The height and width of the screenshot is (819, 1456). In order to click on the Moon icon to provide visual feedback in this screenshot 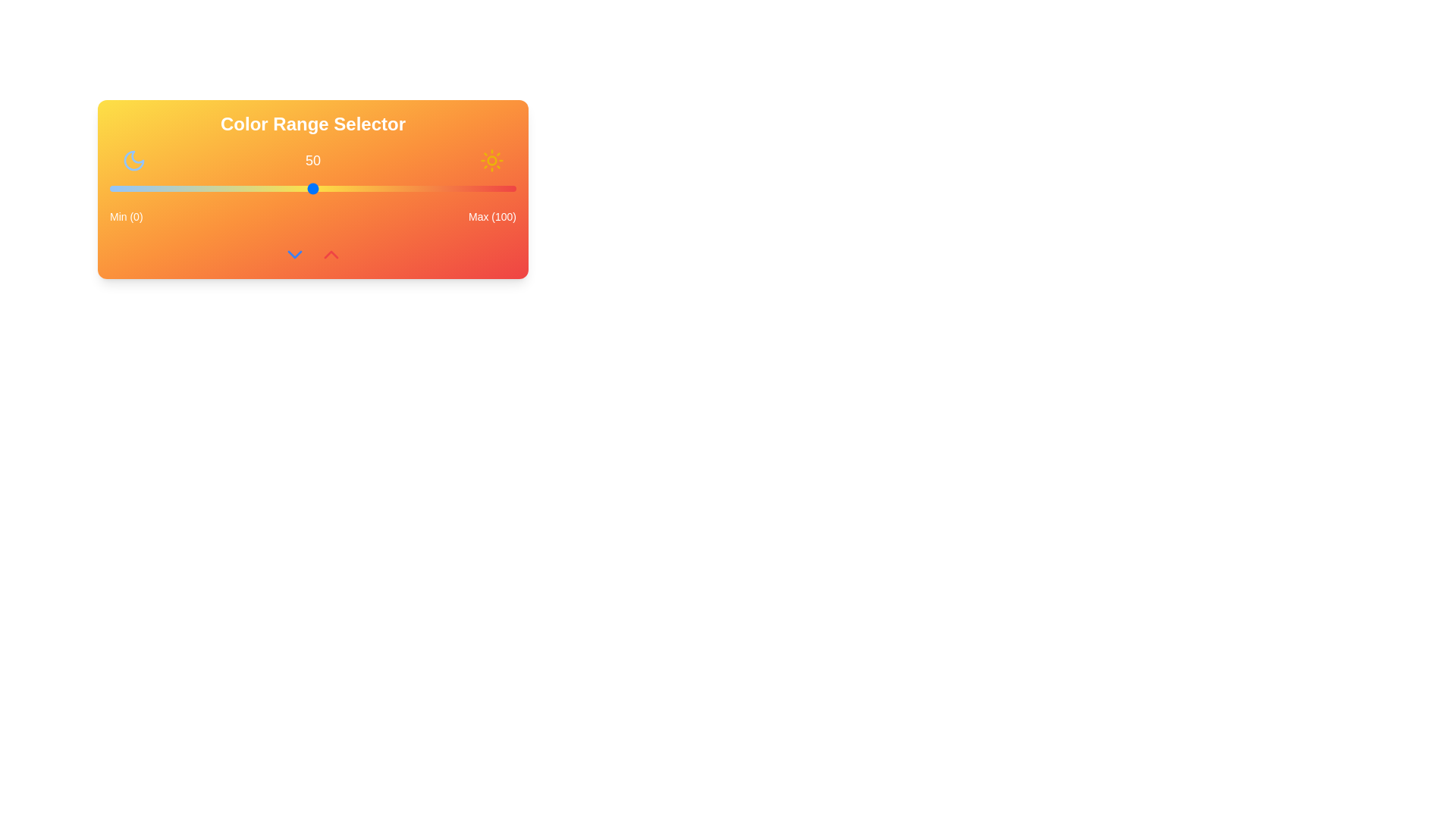, I will do `click(134, 161)`.